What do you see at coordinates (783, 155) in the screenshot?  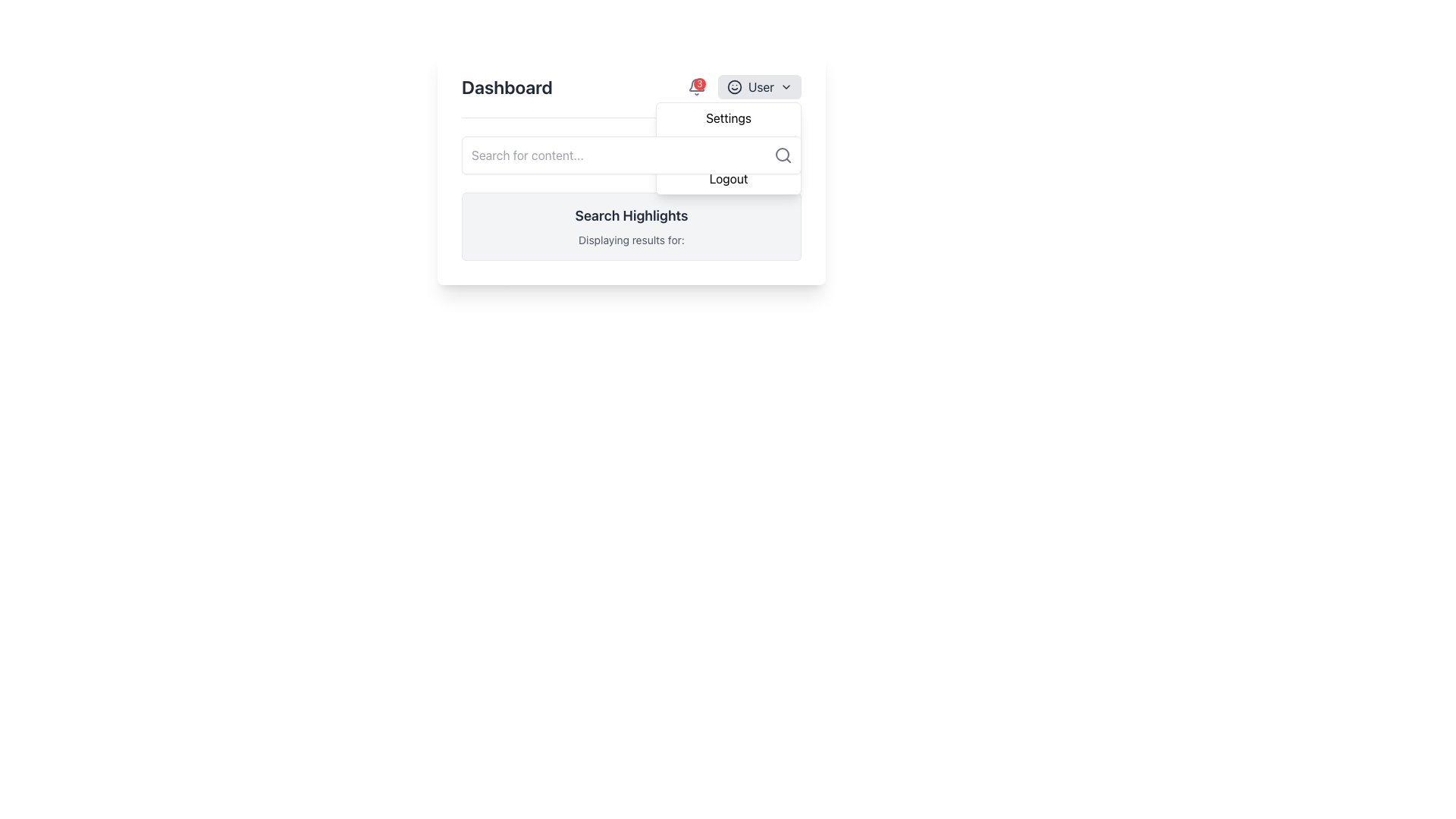 I see `the search icon located at the rightmost position of the search input box` at bounding box center [783, 155].